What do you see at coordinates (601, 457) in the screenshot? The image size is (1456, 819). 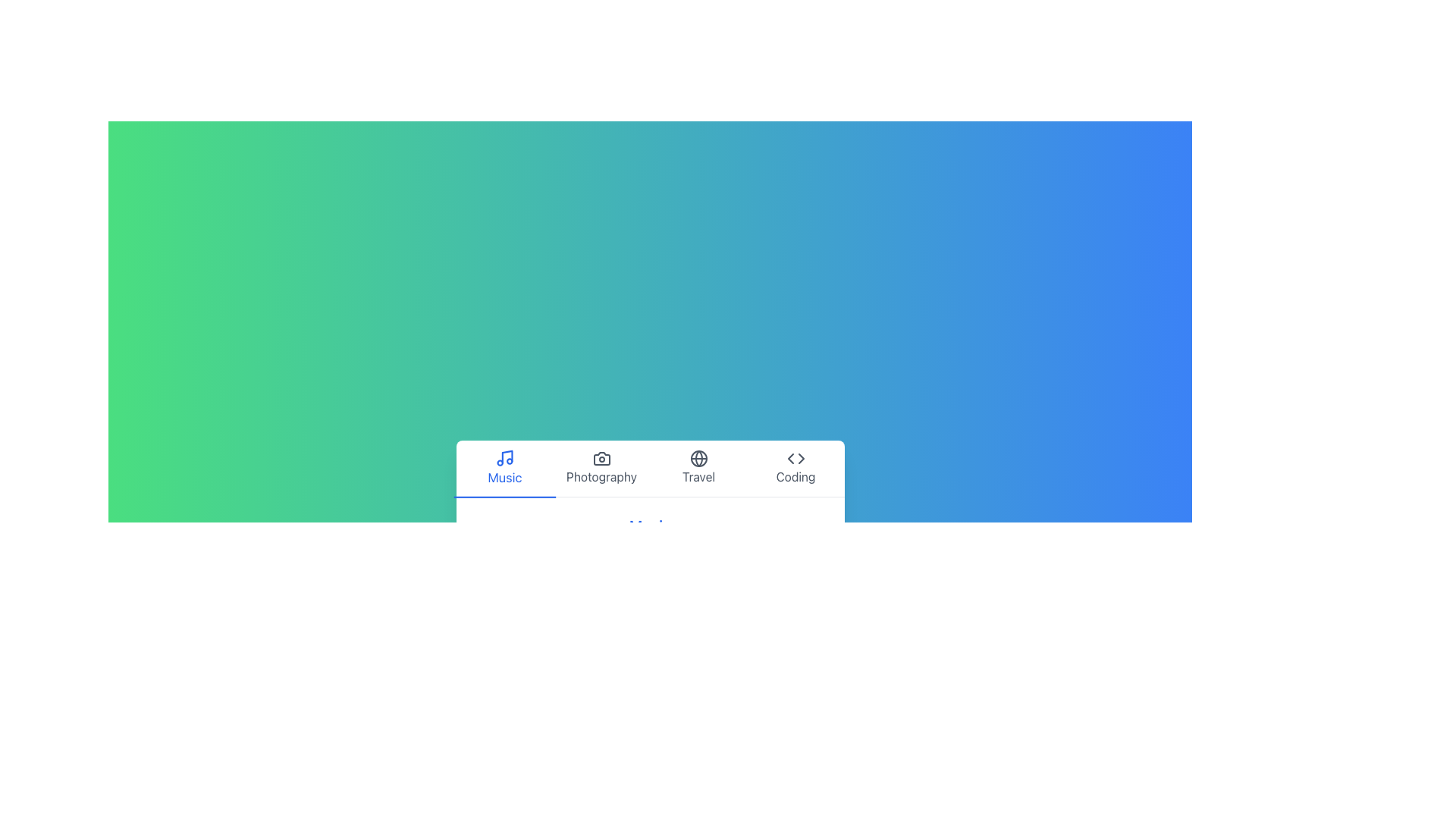 I see `the 'Photography' icon located in the second position of the horizontal menu bar` at bounding box center [601, 457].